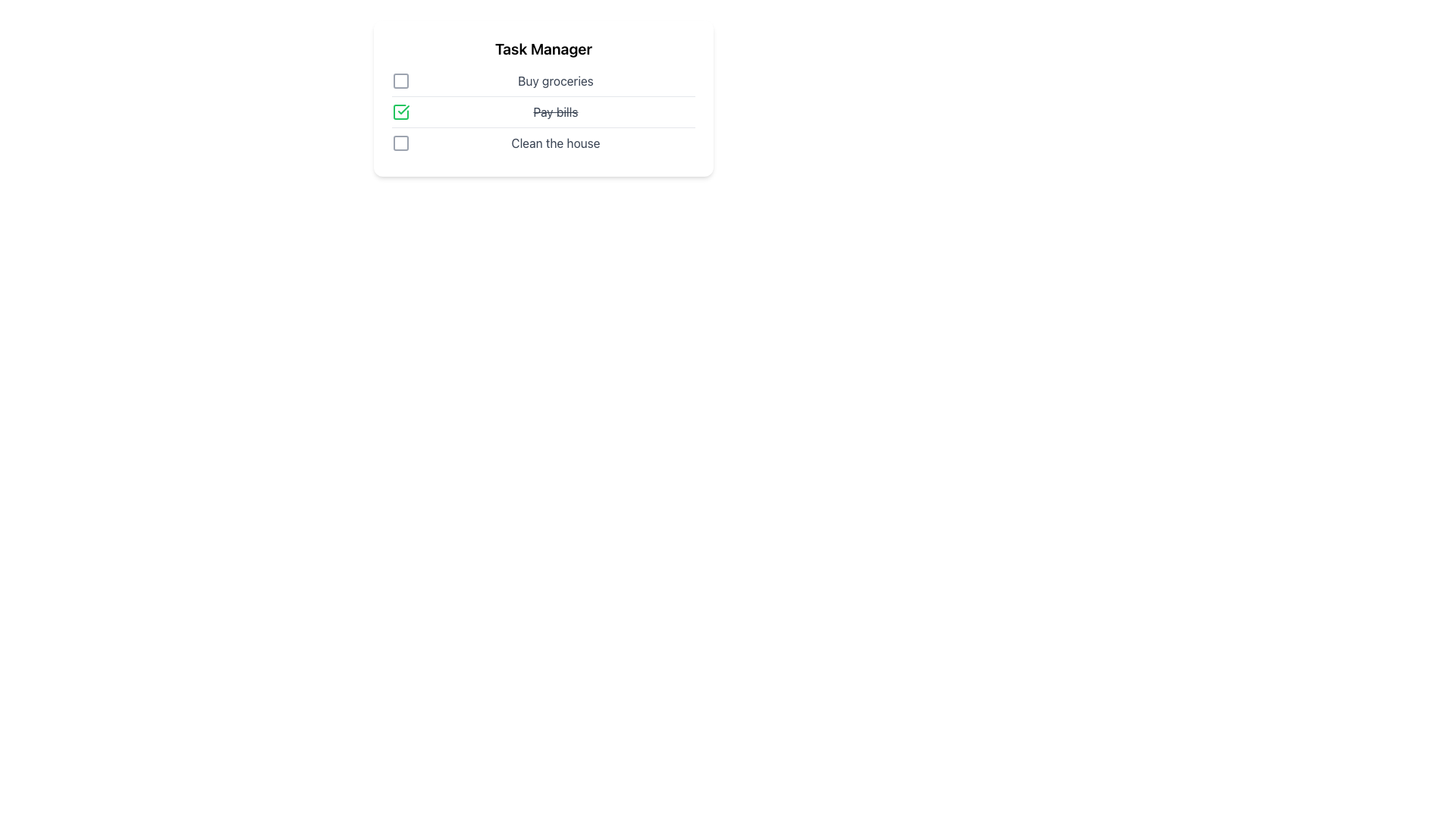 The width and height of the screenshot is (1456, 819). Describe the element at coordinates (543, 84) in the screenshot. I see `the first task item in the task manager interface` at that location.